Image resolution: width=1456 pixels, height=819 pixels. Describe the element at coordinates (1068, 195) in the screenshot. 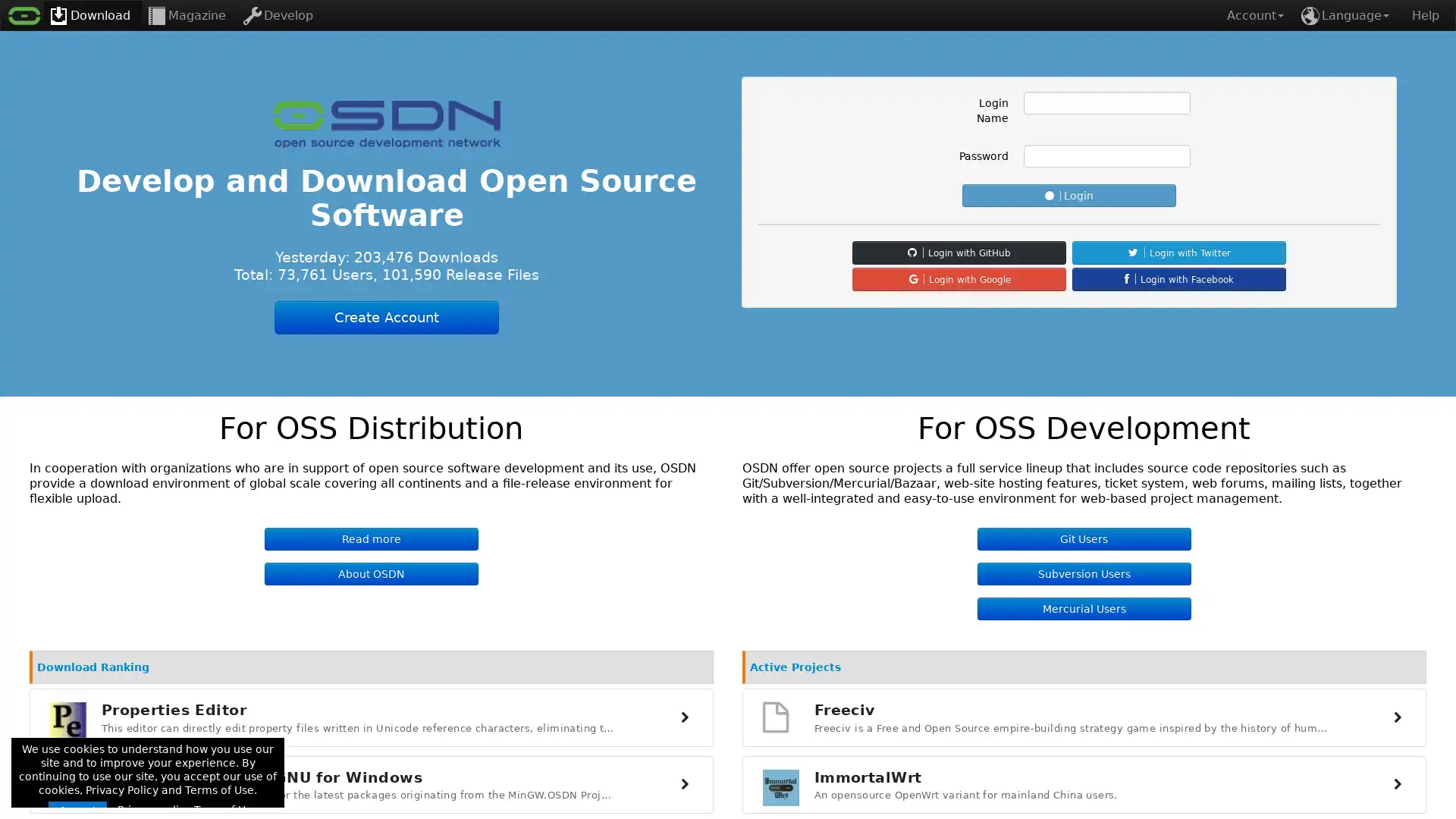

I see `Login` at that location.